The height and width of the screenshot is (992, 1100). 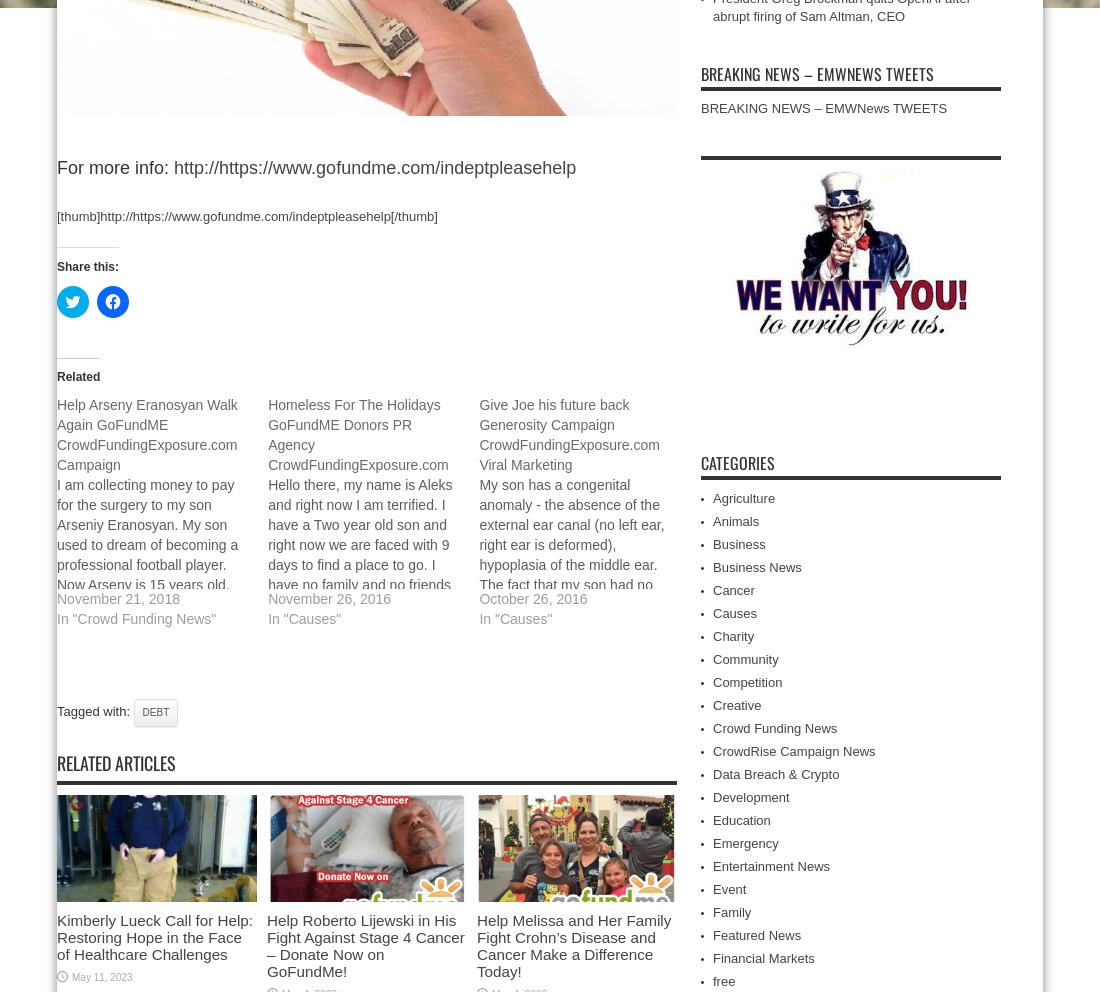 What do you see at coordinates (723, 981) in the screenshot?
I see `'free'` at bounding box center [723, 981].